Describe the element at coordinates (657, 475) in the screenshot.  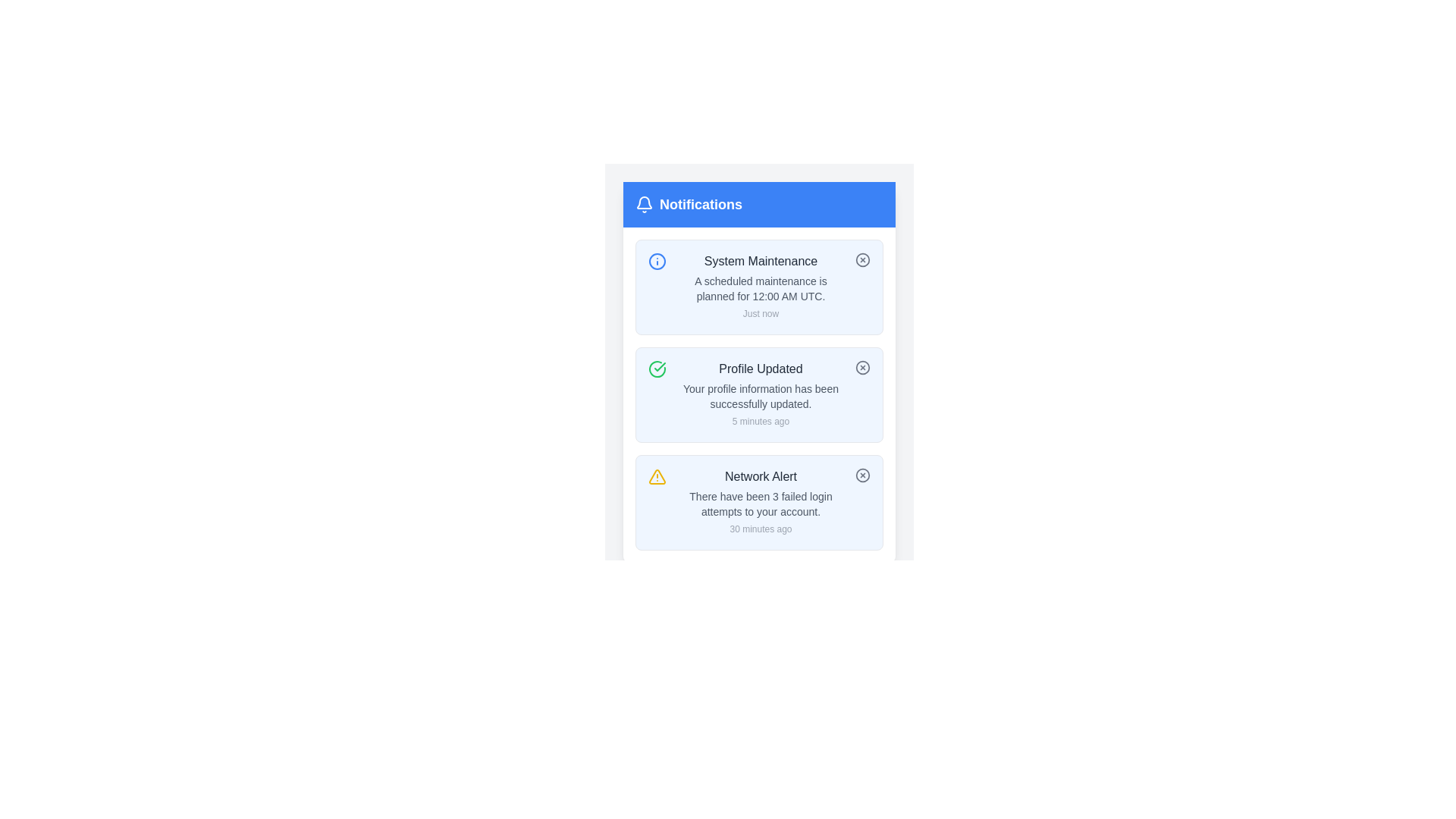
I see `the triangular icon with a hollow interior and yellow border located in the 'Network Alert' notification card` at that location.